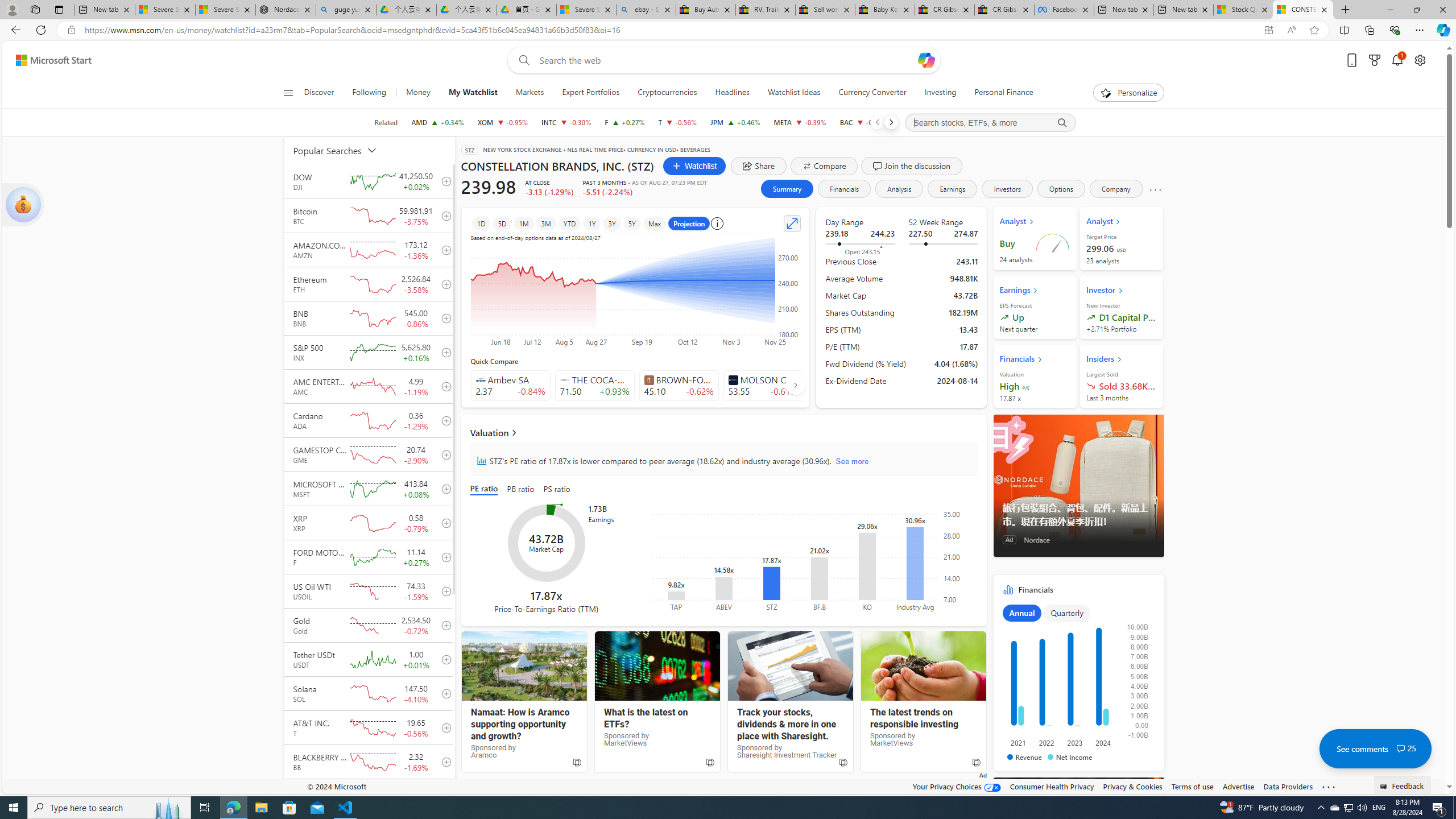  What do you see at coordinates (524, 223) in the screenshot?
I see `'1M'` at bounding box center [524, 223].